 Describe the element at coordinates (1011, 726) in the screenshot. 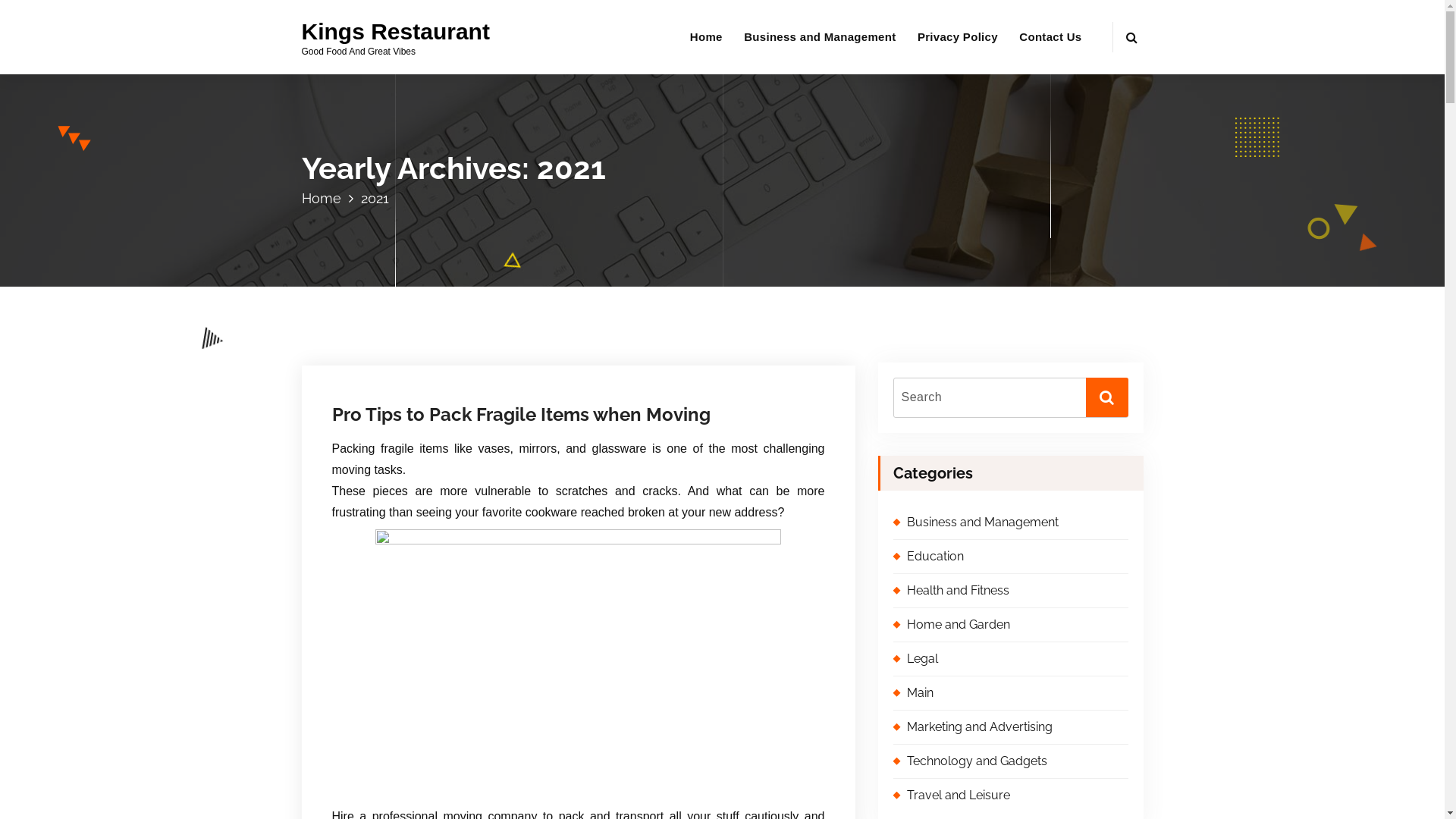

I see `'Marketing and Advertising'` at that location.